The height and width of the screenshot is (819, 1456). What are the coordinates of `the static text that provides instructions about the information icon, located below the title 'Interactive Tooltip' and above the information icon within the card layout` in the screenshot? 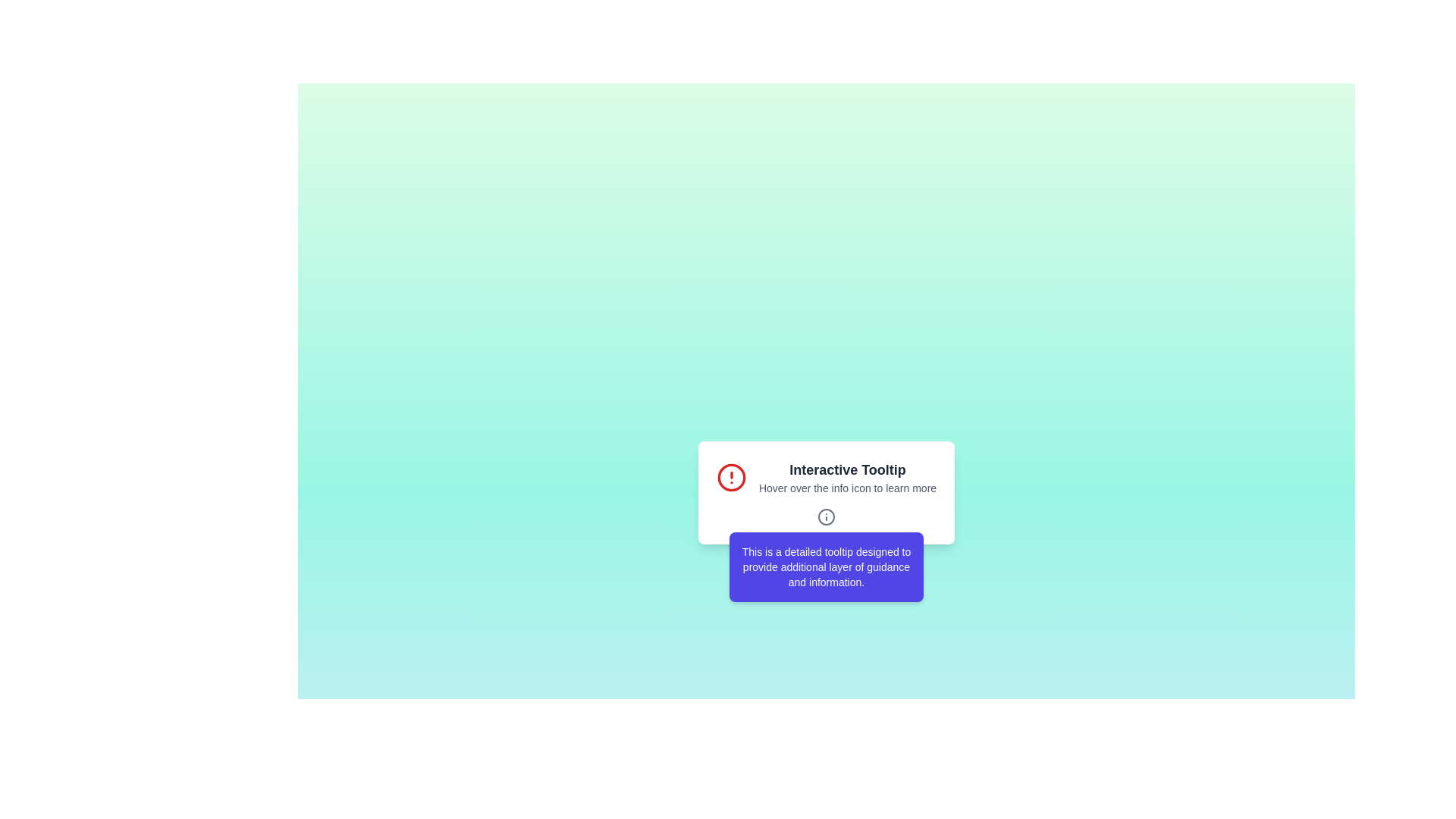 It's located at (847, 488).